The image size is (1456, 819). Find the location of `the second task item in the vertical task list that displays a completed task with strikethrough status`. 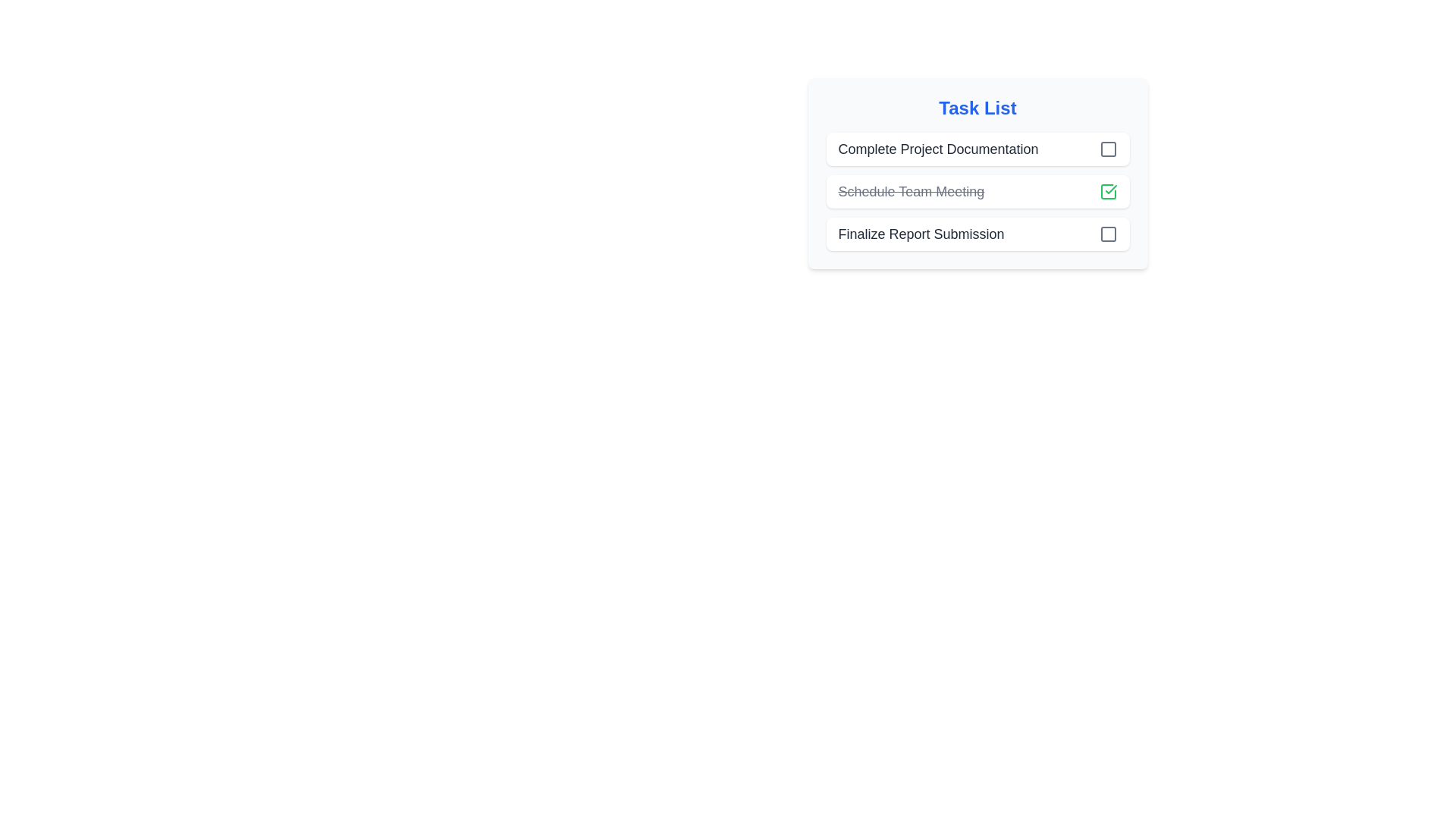

the second task item in the vertical task list that displays a completed task with strikethrough status is located at coordinates (977, 172).